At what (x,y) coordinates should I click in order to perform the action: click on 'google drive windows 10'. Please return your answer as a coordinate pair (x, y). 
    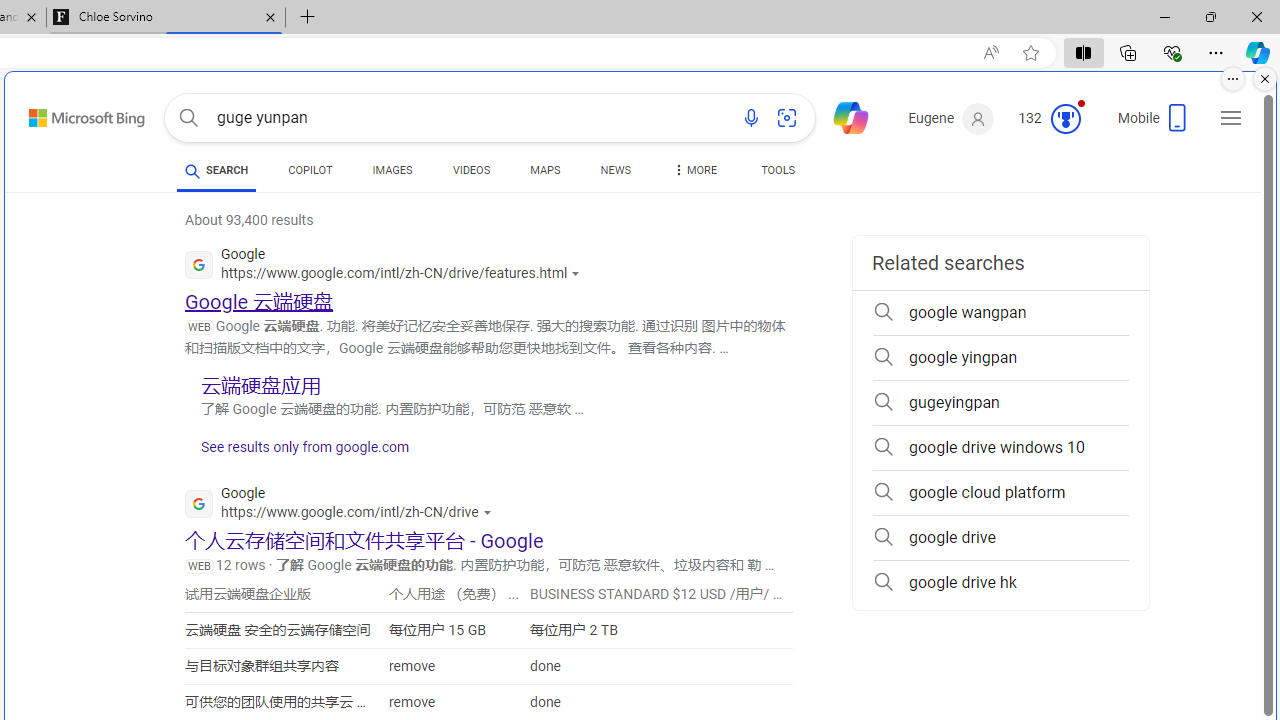
    Looking at the image, I should click on (1000, 447).